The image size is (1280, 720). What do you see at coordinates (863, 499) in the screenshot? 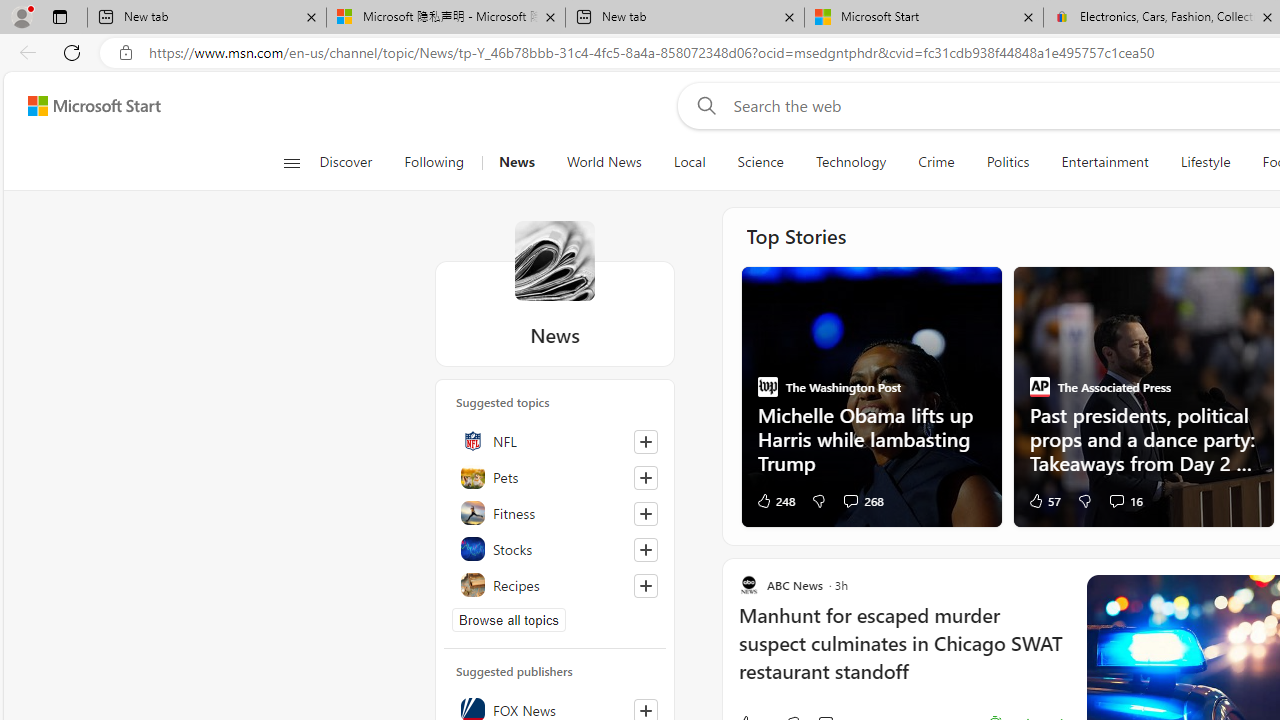
I see `'View comments 268 Comment'` at bounding box center [863, 499].